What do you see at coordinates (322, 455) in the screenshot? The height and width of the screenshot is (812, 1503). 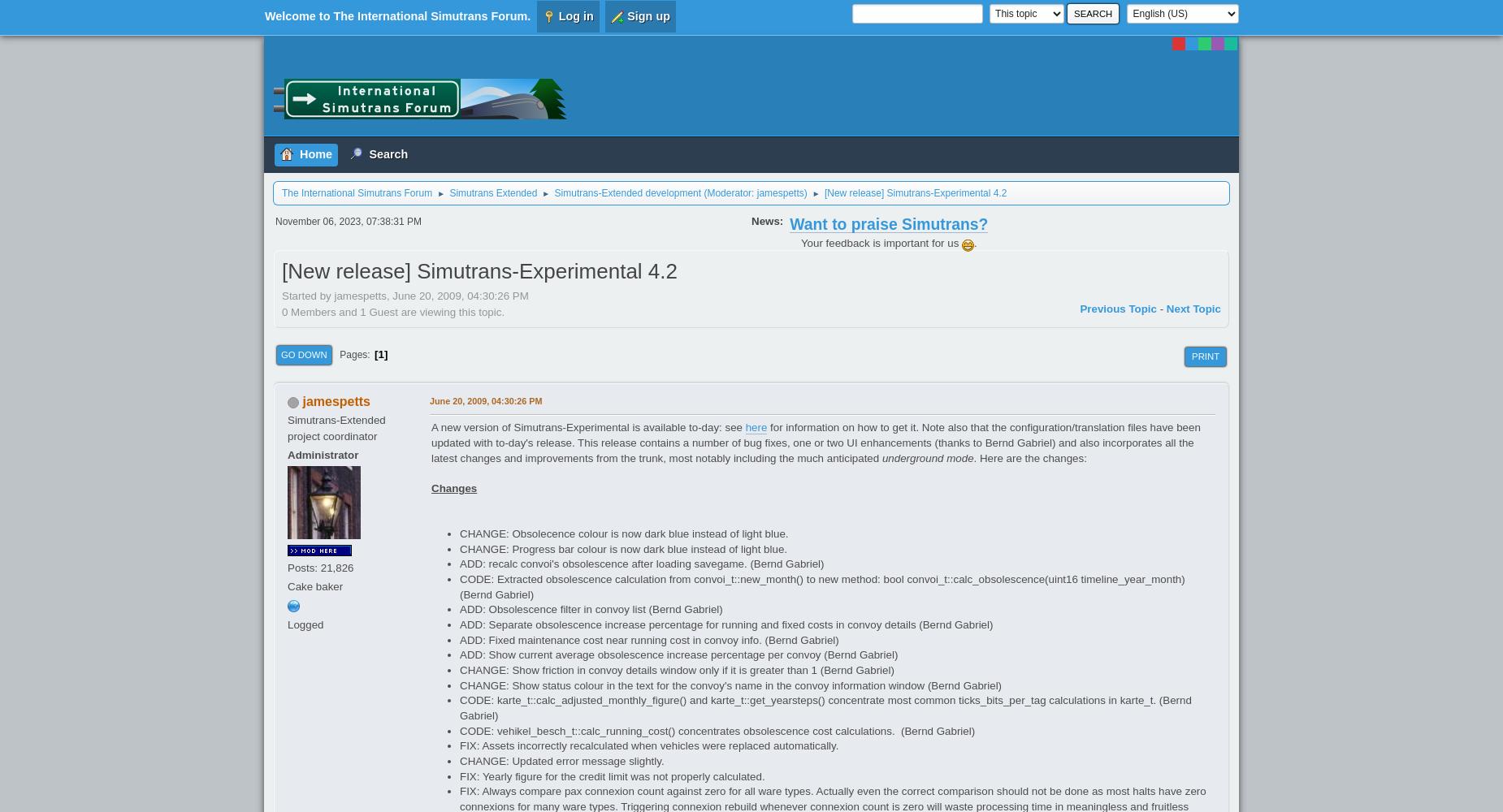 I see `'Administrator'` at bounding box center [322, 455].